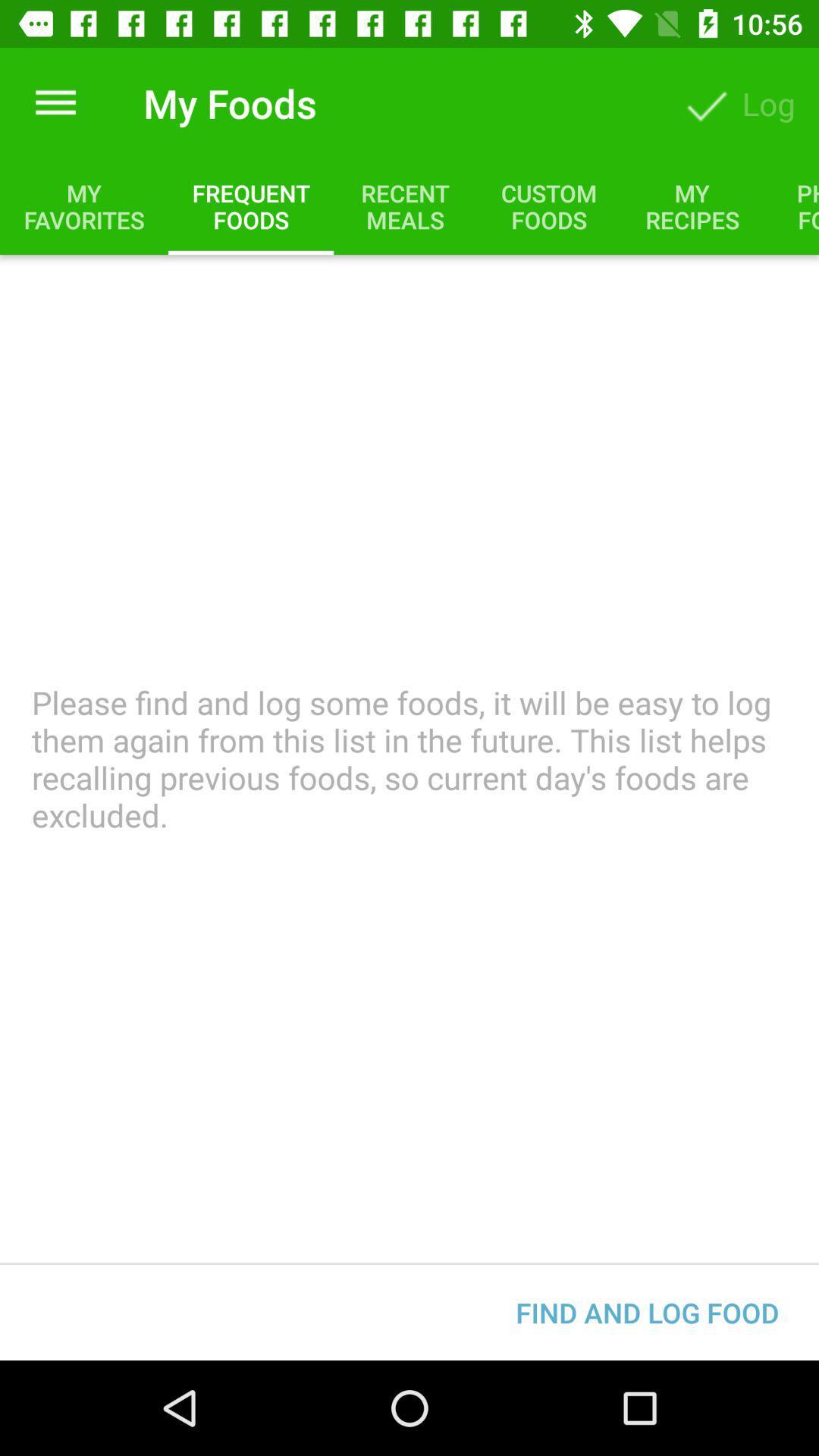 The image size is (819, 1456). Describe the element at coordinates (55, 102) in the screenshot. I see `item above my` at that location.